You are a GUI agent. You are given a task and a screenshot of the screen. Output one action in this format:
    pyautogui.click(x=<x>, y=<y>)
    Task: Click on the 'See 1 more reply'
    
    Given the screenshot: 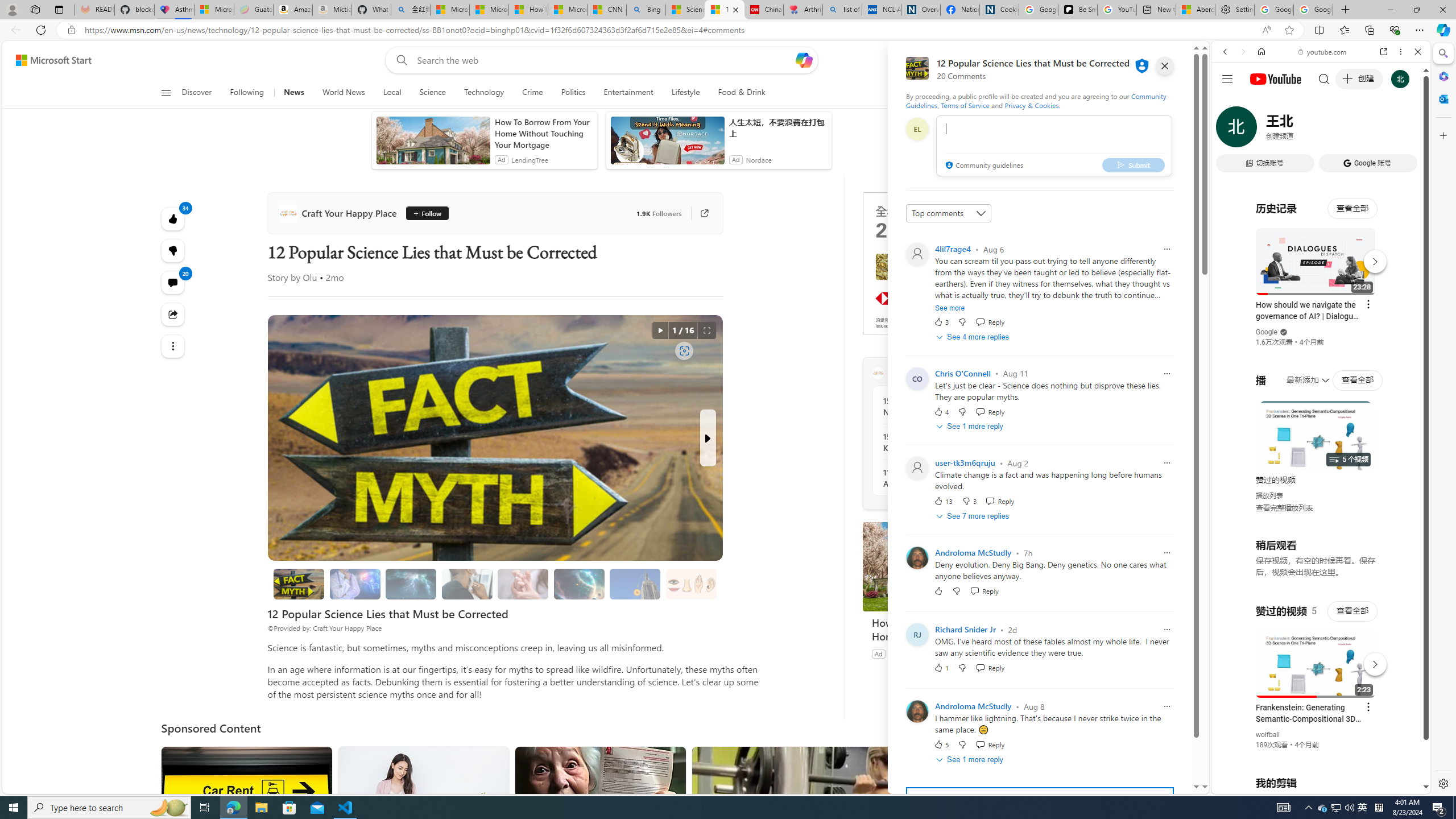 What is the action you would take?
    pyautogui.click(x=971, y=759)
    